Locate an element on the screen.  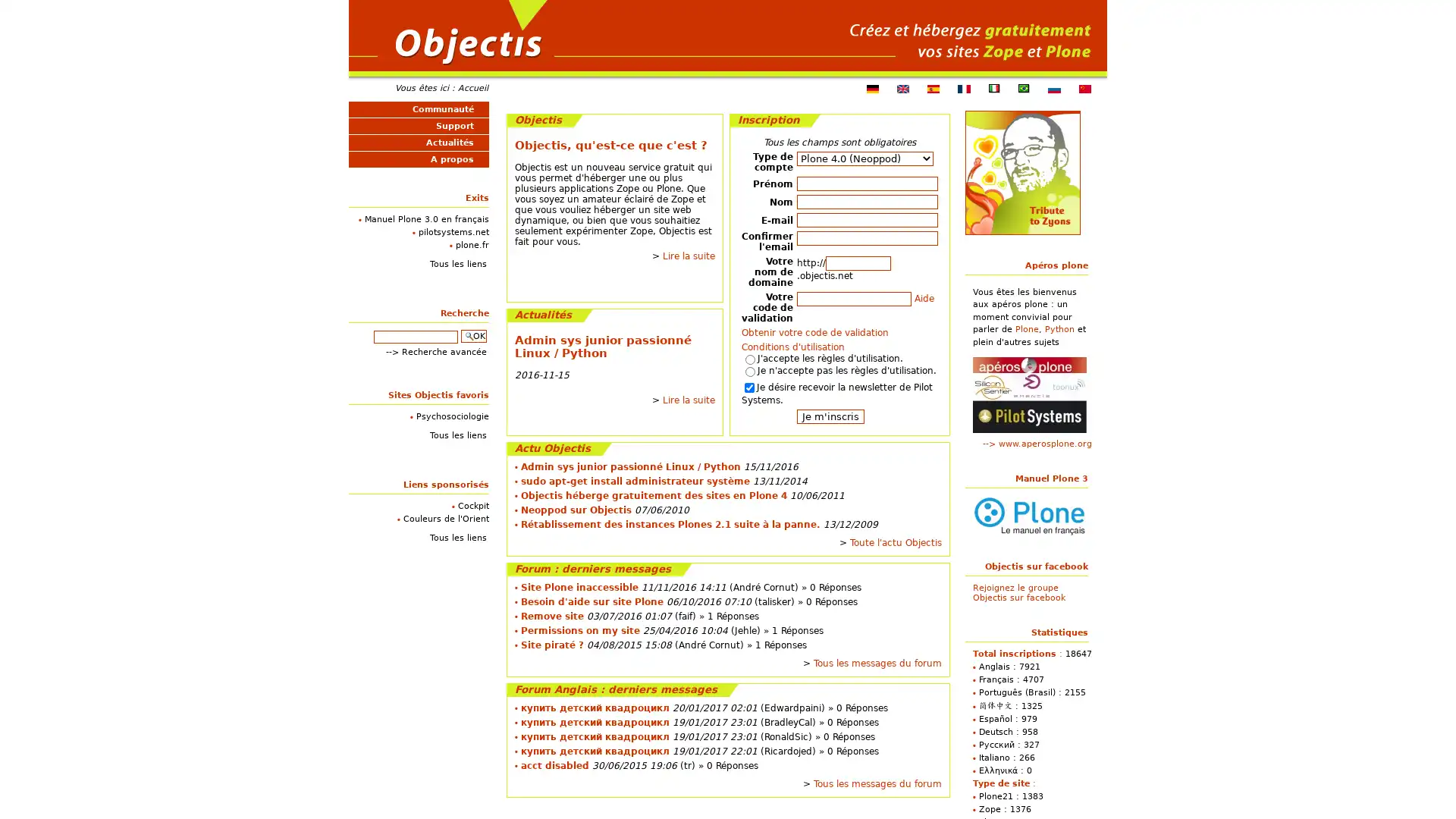
Je m'inscris is located at coordinates (829, 416).